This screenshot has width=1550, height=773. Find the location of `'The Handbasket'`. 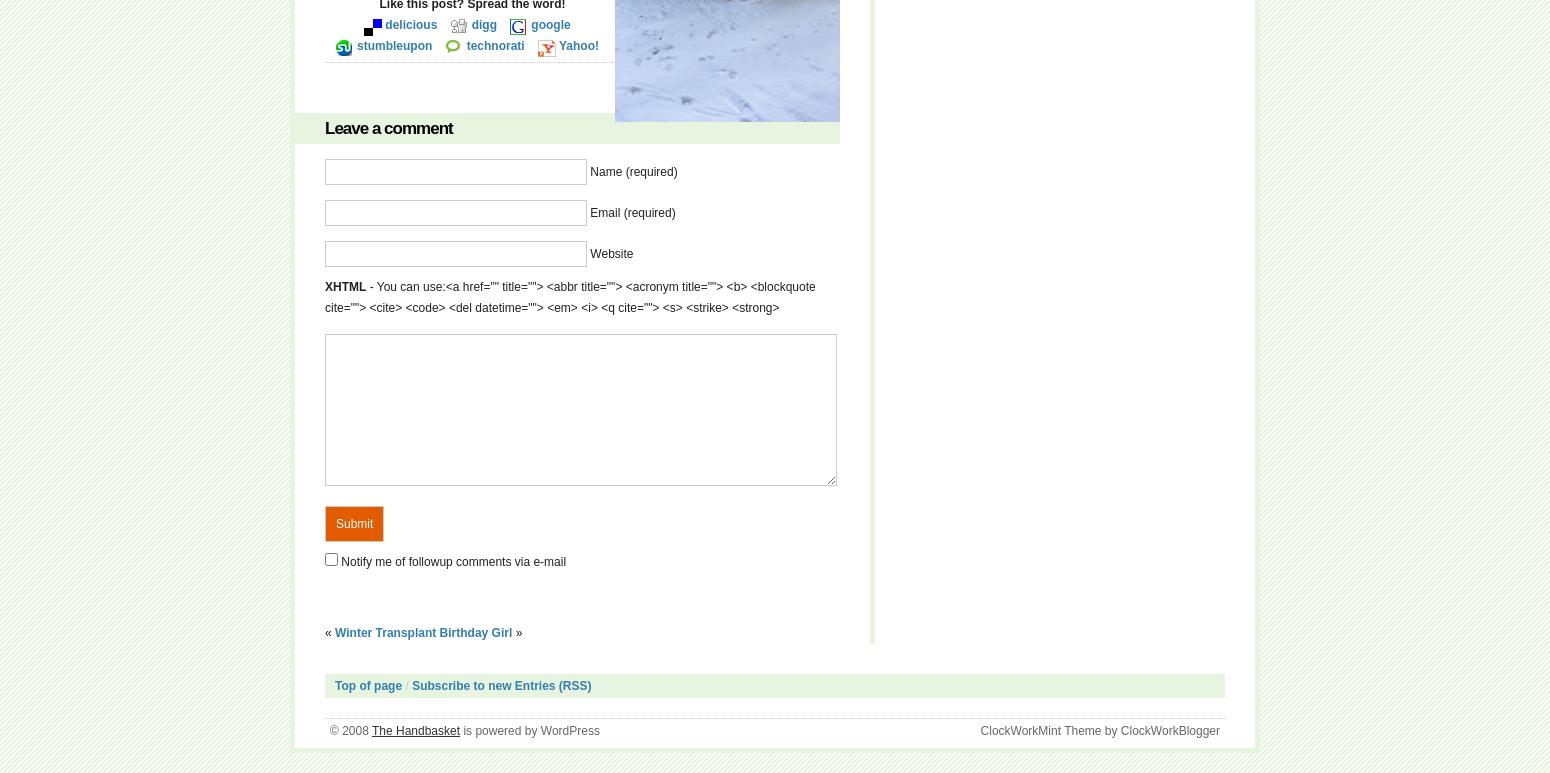

'The Handbasket' is located at coordinates (416, 731).